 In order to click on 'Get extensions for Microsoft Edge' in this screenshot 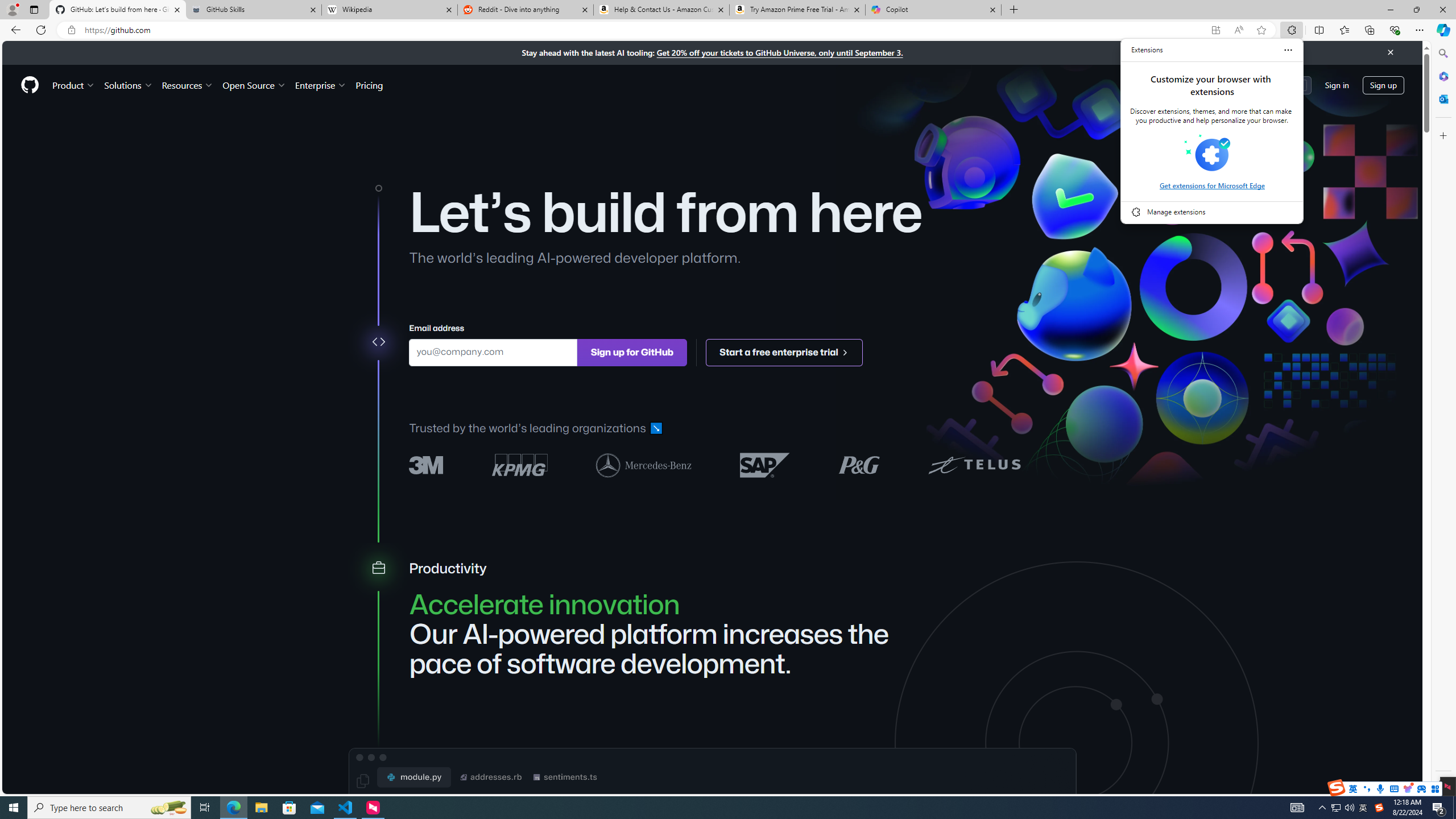, I will do `click(1212, 185)`.